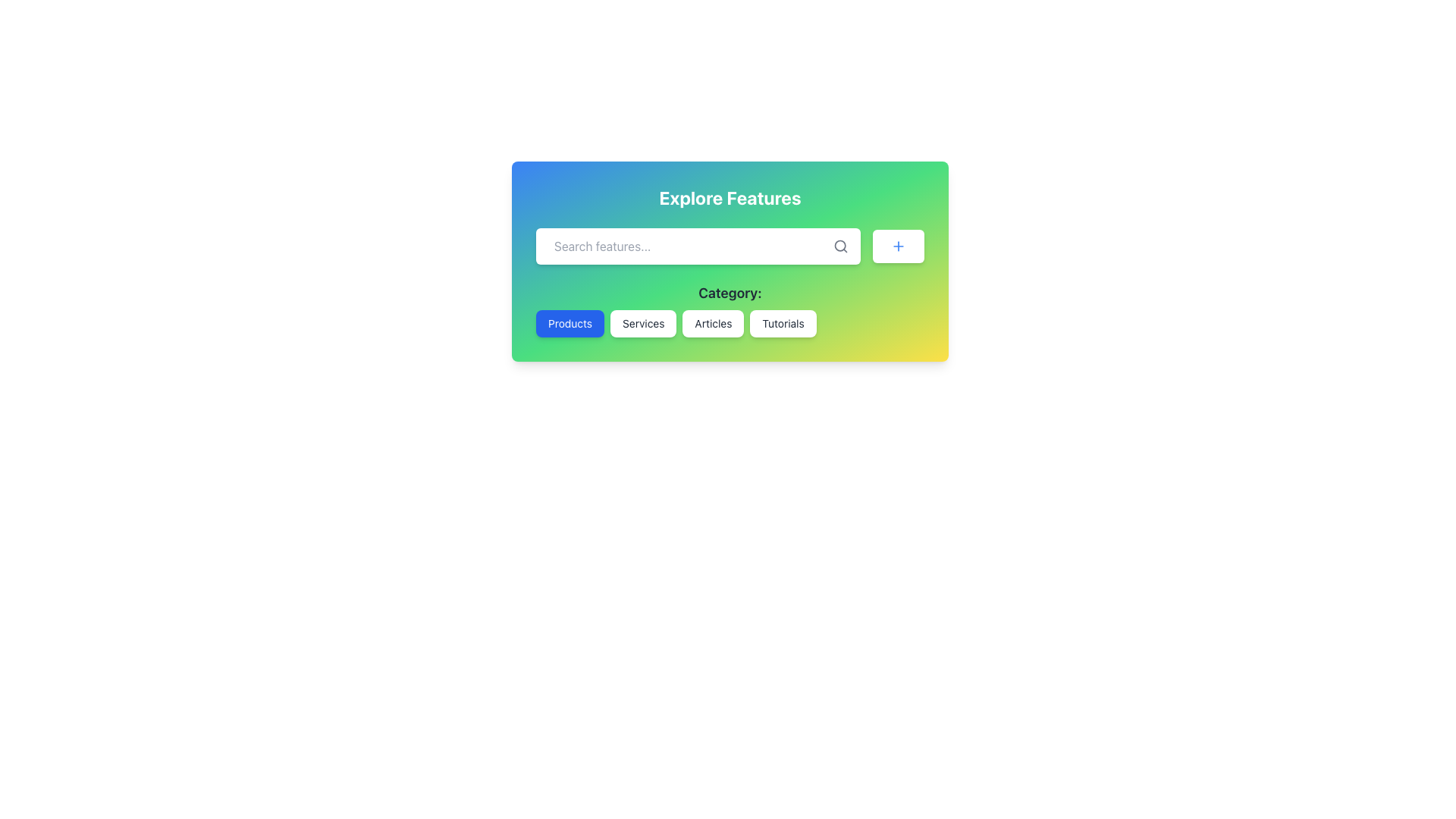 Image resolution: width=1456 pixels, height=819 pixels. What do you see at coordinates (730, 197) in the screenshot?
I see `the non-interactive Text Header at the top of the rectangular card that labels the content and features below it` at bounding box center [730, 197].